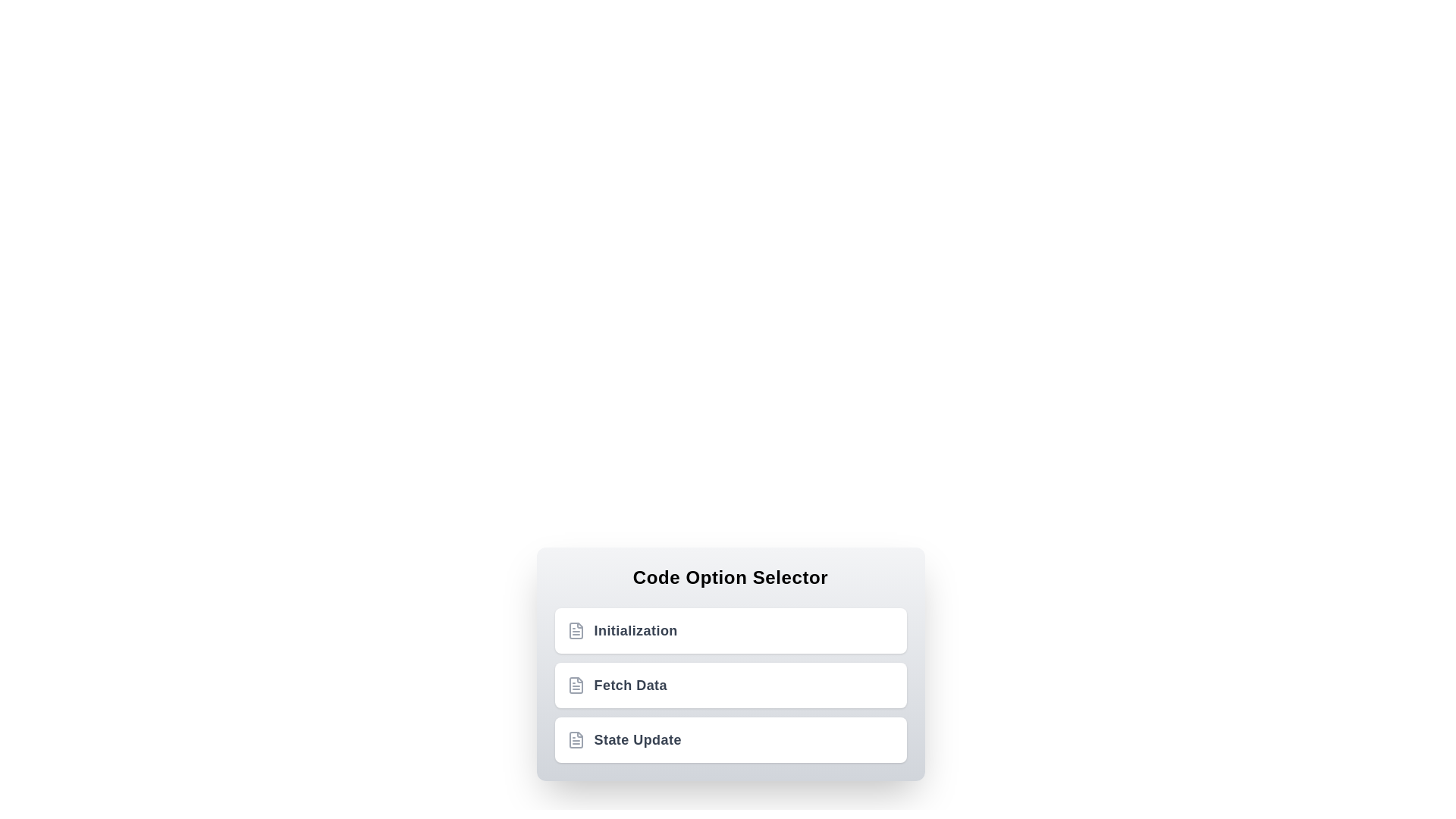 The image size is (1456, 819). What do you see at coordinates (730, 663) in the screenshot?
I see `the 'Fetch Data' option in the selection list within the 'Code Option Selector', which is the second block in the vertical arrangement of options` at bounding box center [730, 663].